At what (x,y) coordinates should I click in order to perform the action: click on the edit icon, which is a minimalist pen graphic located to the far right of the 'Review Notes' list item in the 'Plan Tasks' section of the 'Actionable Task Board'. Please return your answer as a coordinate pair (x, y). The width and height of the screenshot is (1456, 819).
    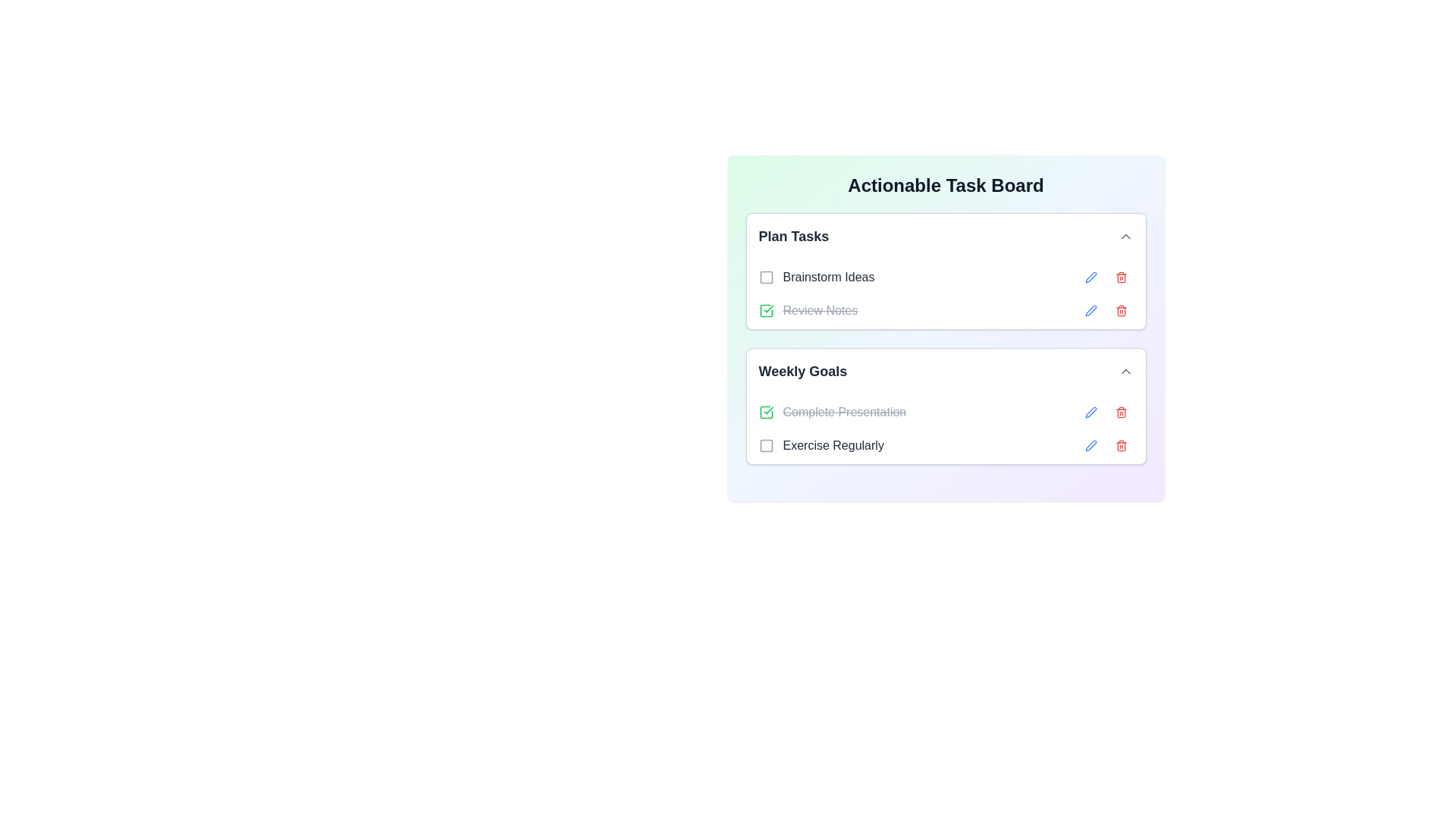
    Looking at the image, I should click on (1090, 309).